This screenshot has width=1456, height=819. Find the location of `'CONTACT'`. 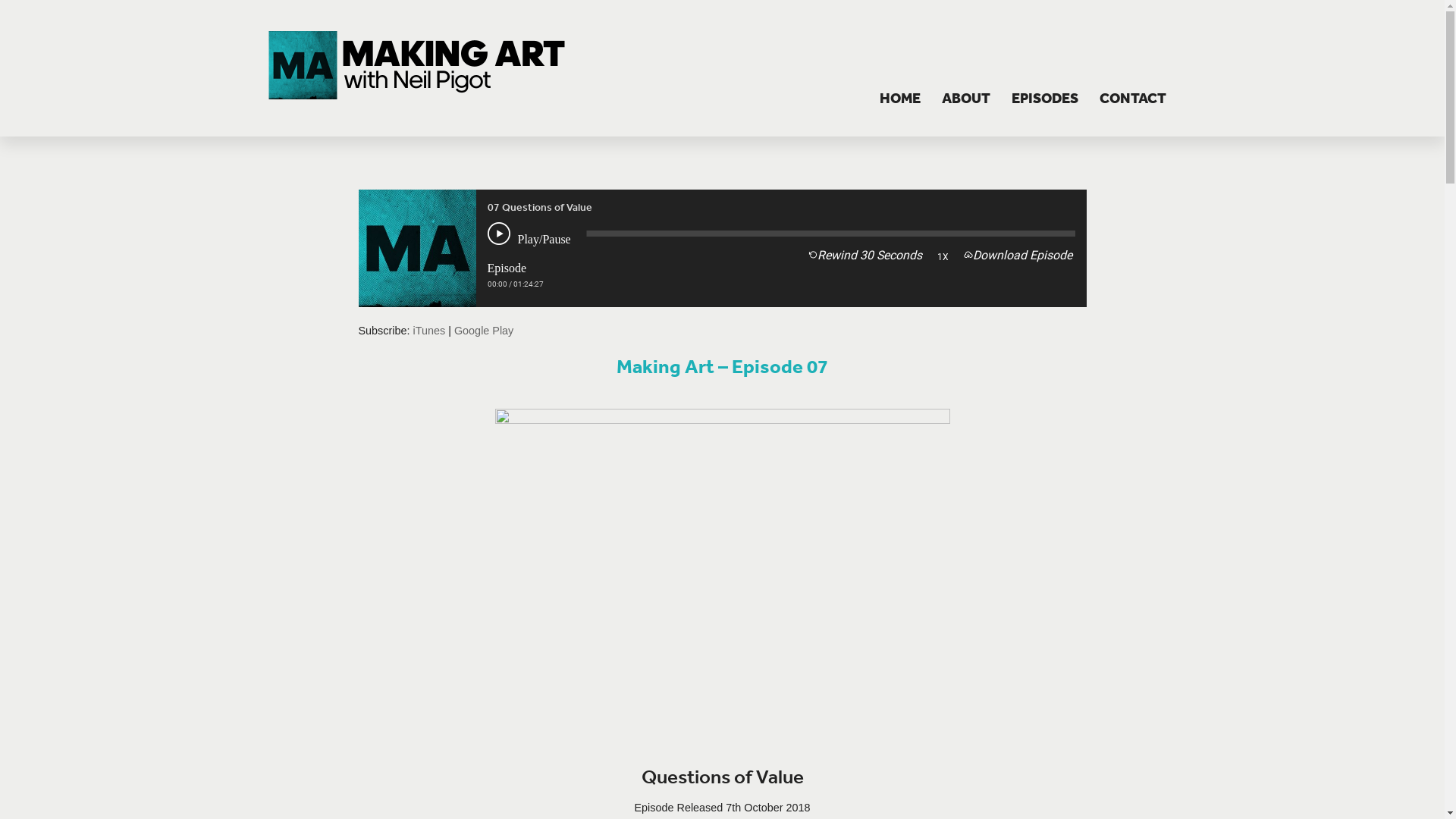

'CONTACT' is located at coordinates (1132, 98).